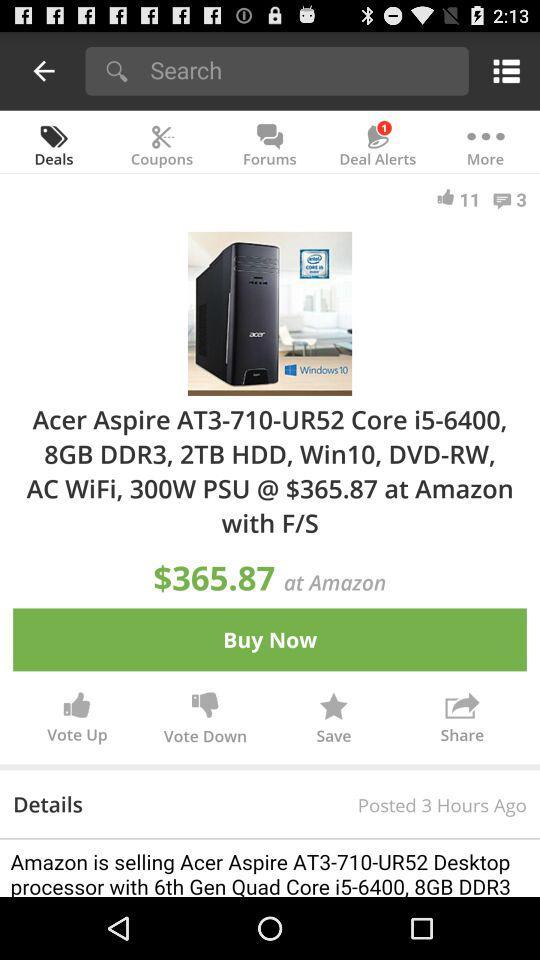 The height and width of the screenshot is (960, 540). I want to click on subject details, so click(270, 867).